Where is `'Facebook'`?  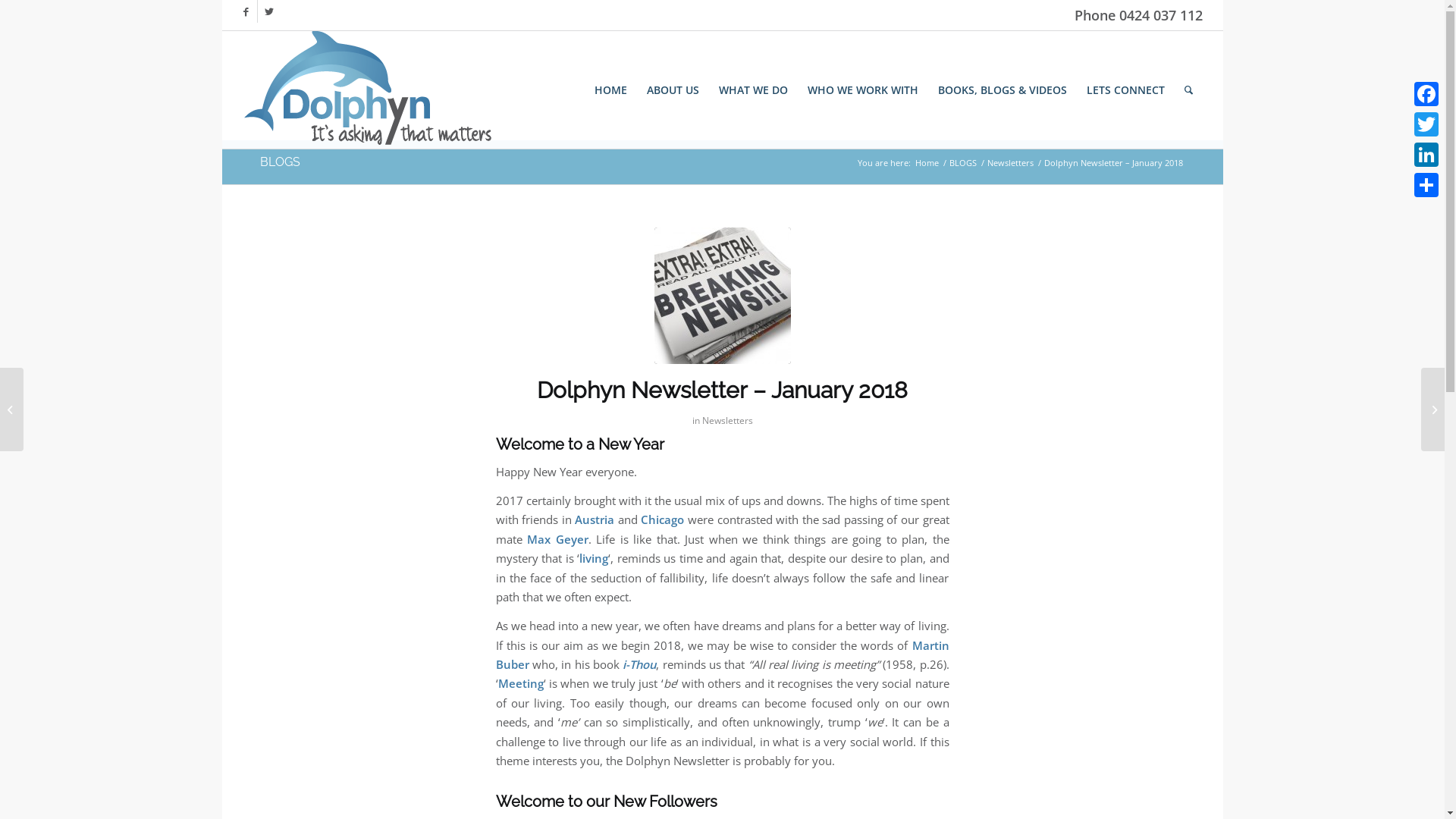 'Facebook' is located at coordinates (246, 11).